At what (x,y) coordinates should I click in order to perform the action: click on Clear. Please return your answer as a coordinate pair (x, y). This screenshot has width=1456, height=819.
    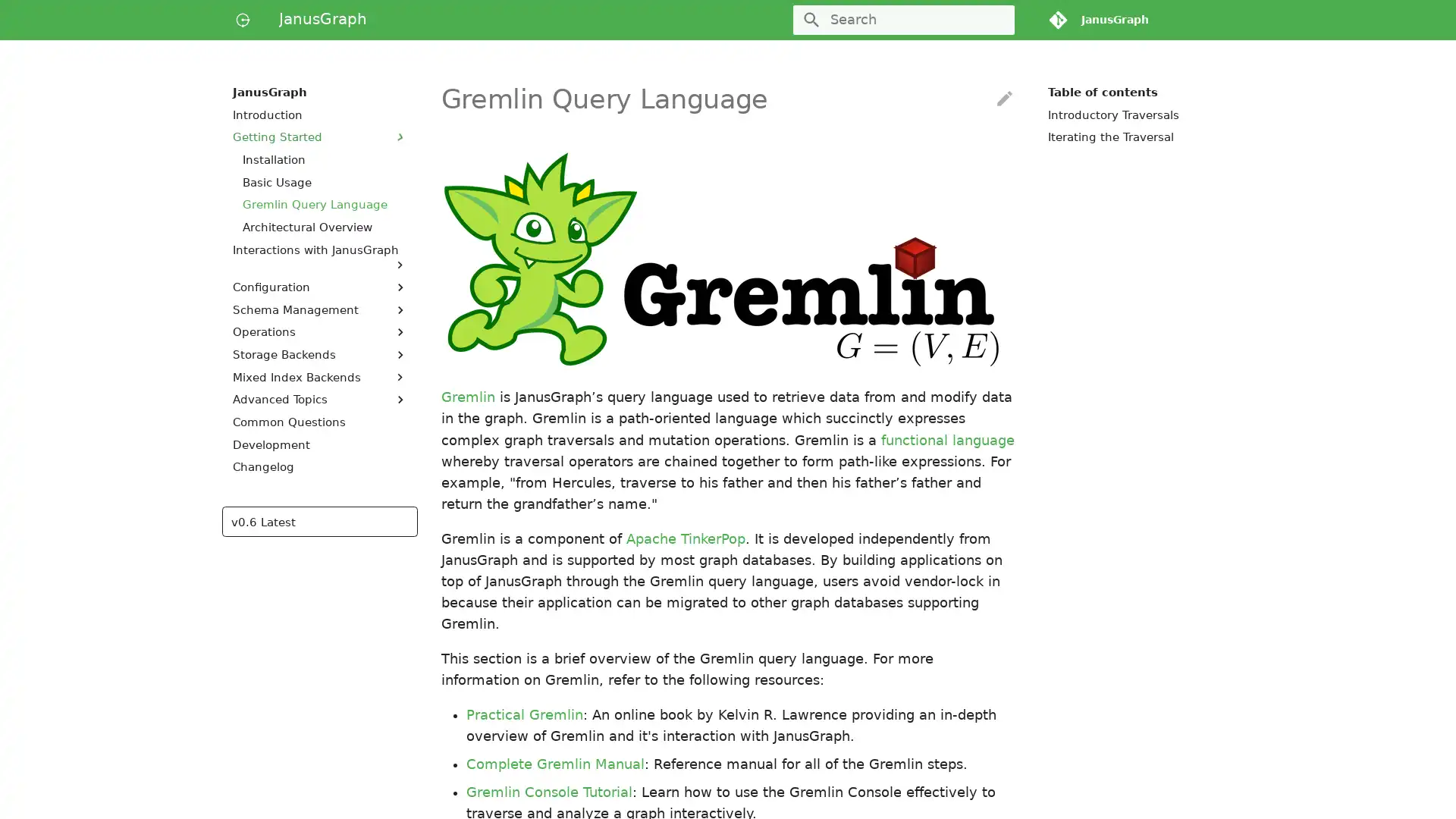
    Looking at the image, I should click on (996, 20).